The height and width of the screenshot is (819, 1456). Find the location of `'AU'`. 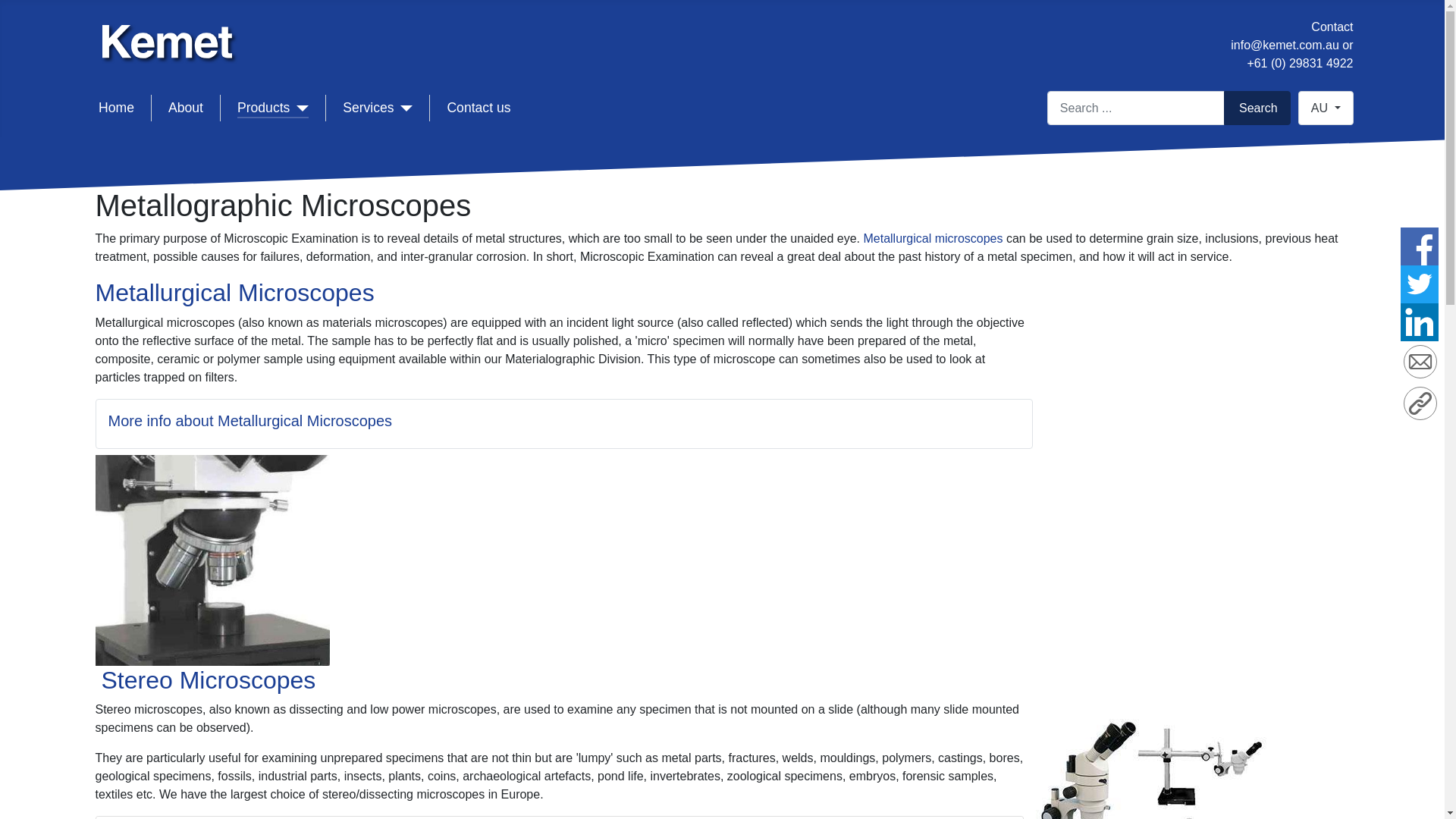

'AU' is located at coordinates (1298, 107).